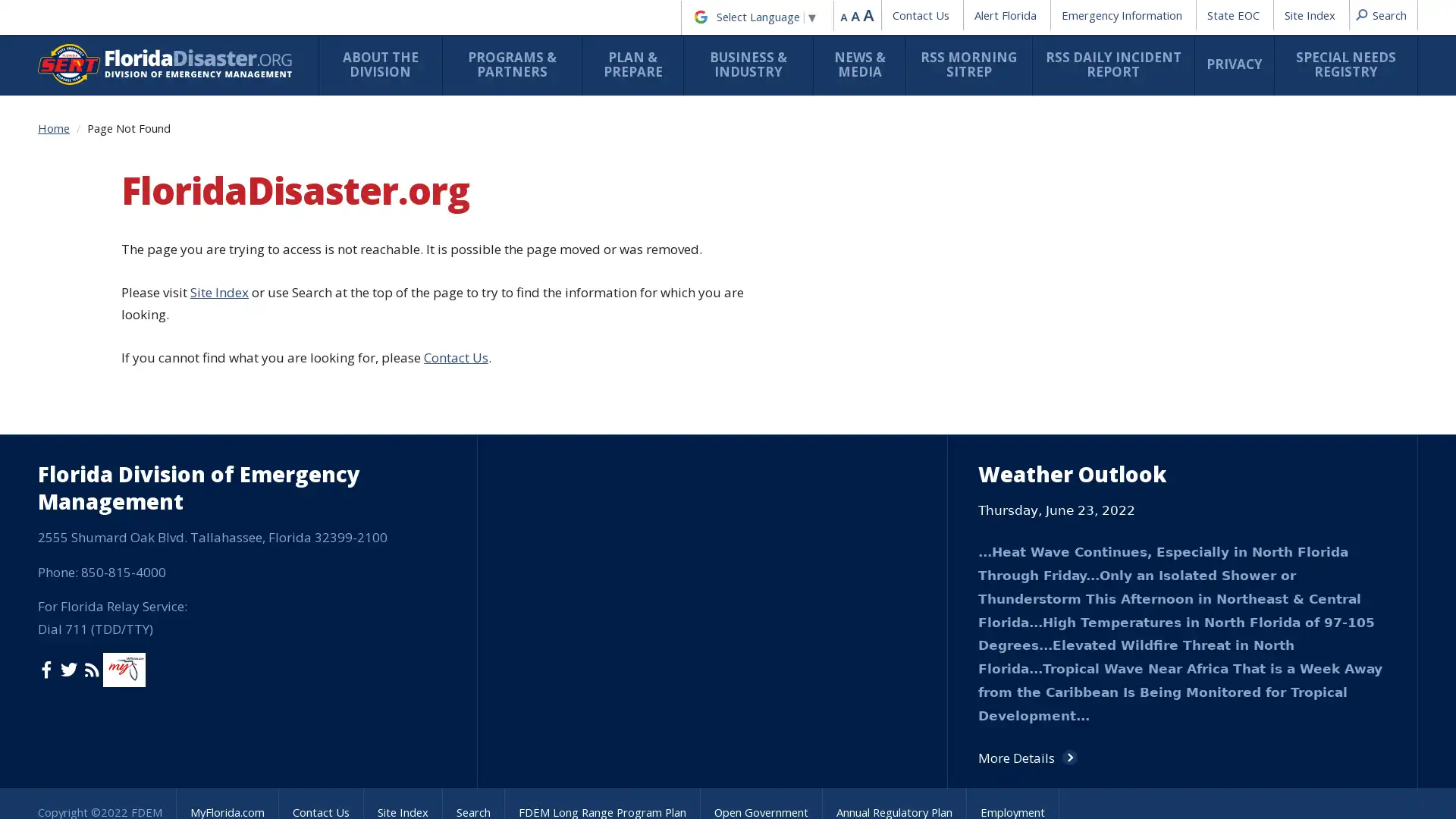  Describe the element at coordinates (607, 252) in the screenshot. I see `Toggle More` at that location.